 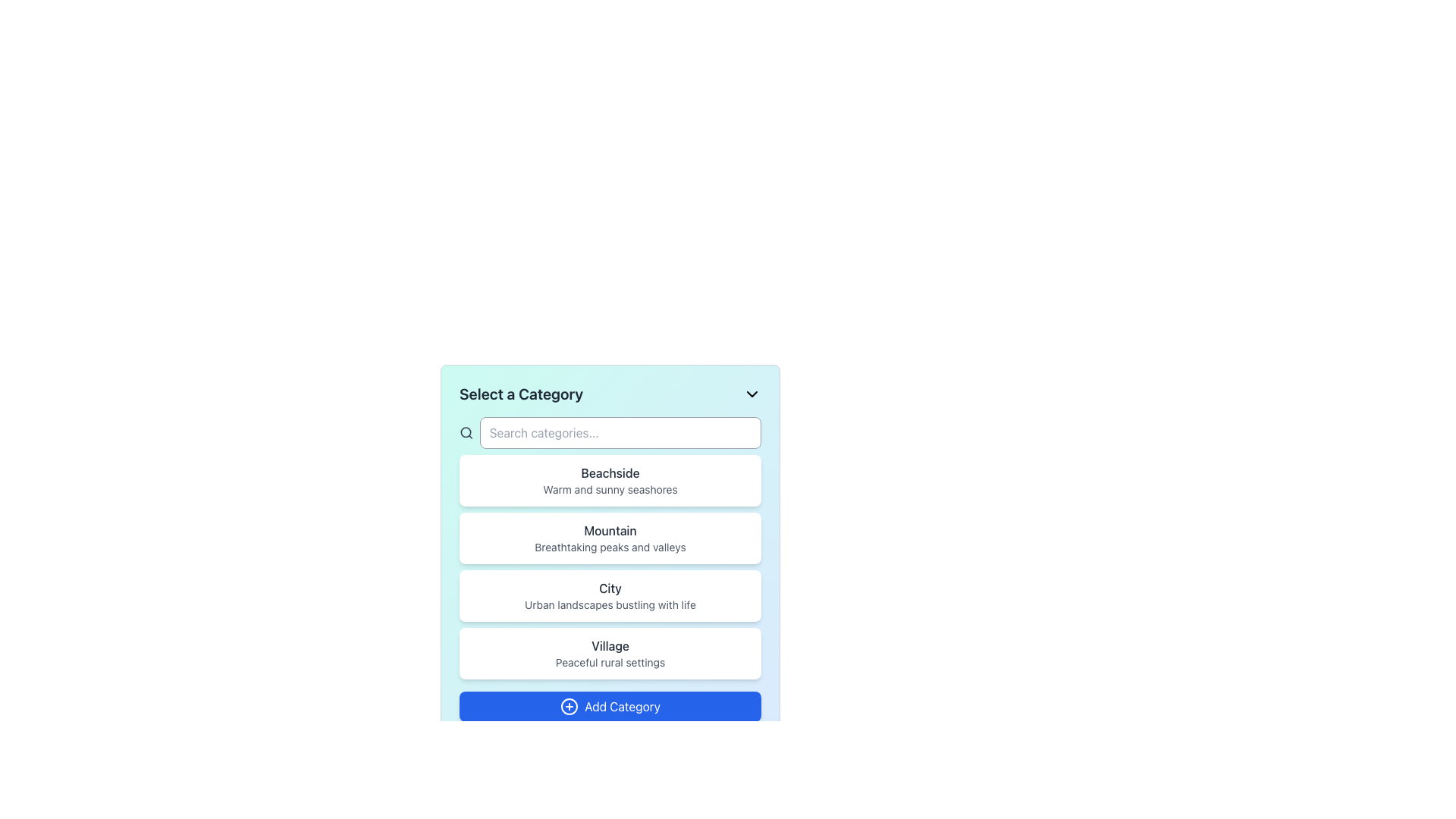 I want to click on the text label element reading 'Breathtaking peaks and valleys', which is styled in light gray and located beneath the title 'Mountain' within a white rectangular tile, so click(x=610, y=547).